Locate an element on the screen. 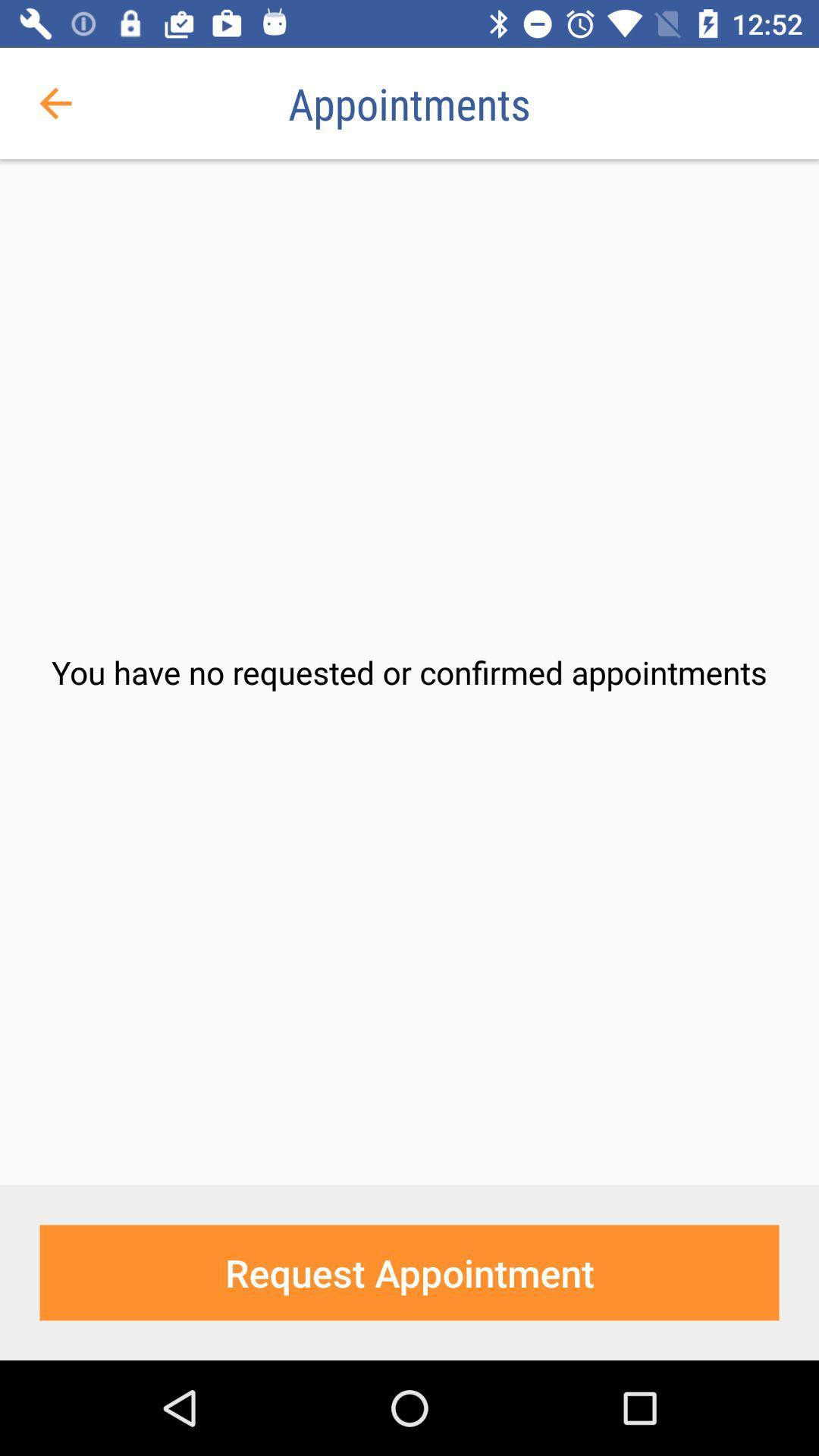 This screenshot has width=819, height=1456. the icon at the top left corner is located at coordinates (55, 102).